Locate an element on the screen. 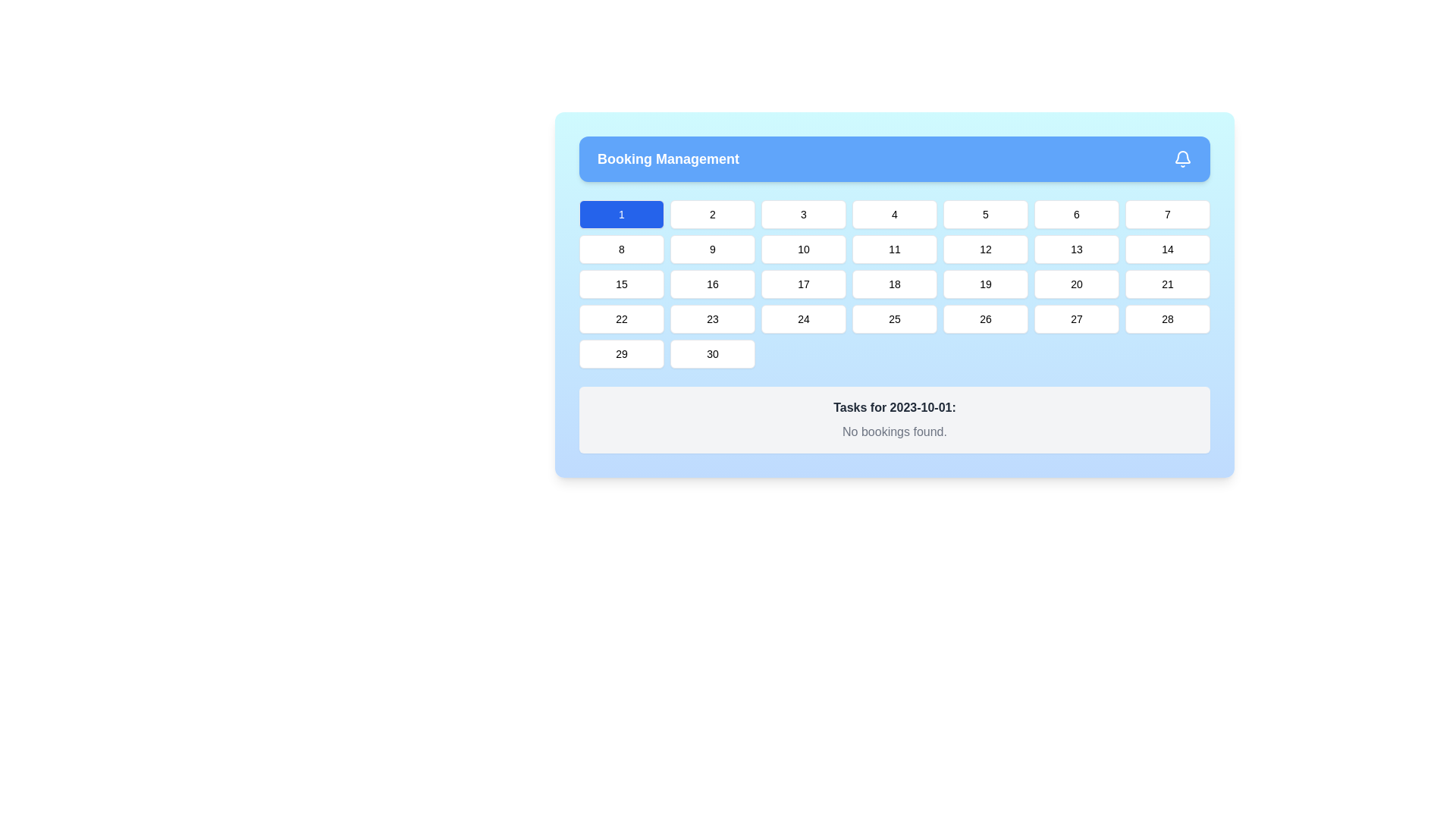 This screenshot has width=1456, height=819. the text label that reads 'No bookings found.' which is styled in gray font and located beneath the caption 'Tasks for 2023-10-01:' is located at coordinates (895, 432).